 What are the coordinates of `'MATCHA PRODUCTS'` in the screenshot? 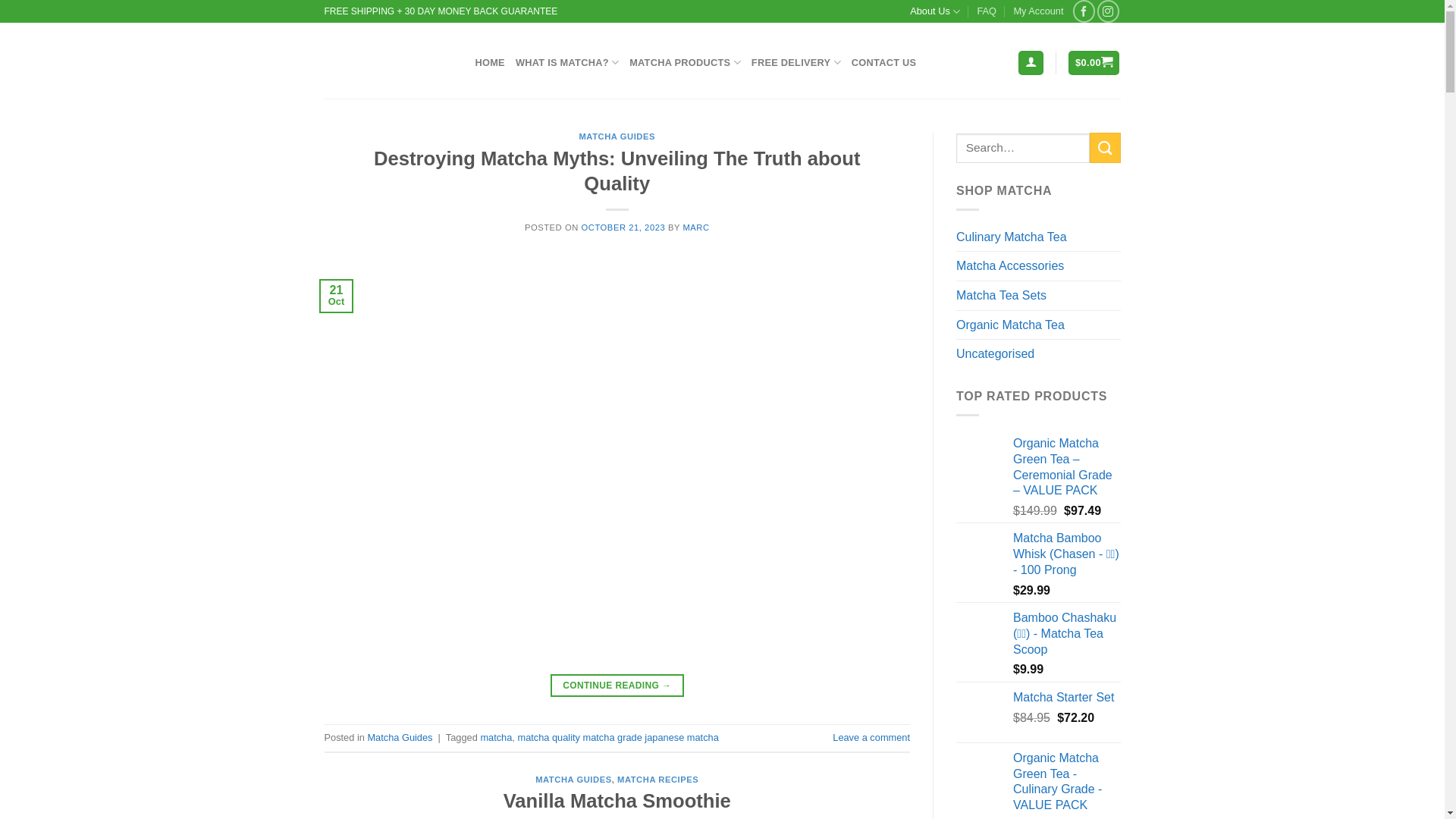 It's located at (629, 61).